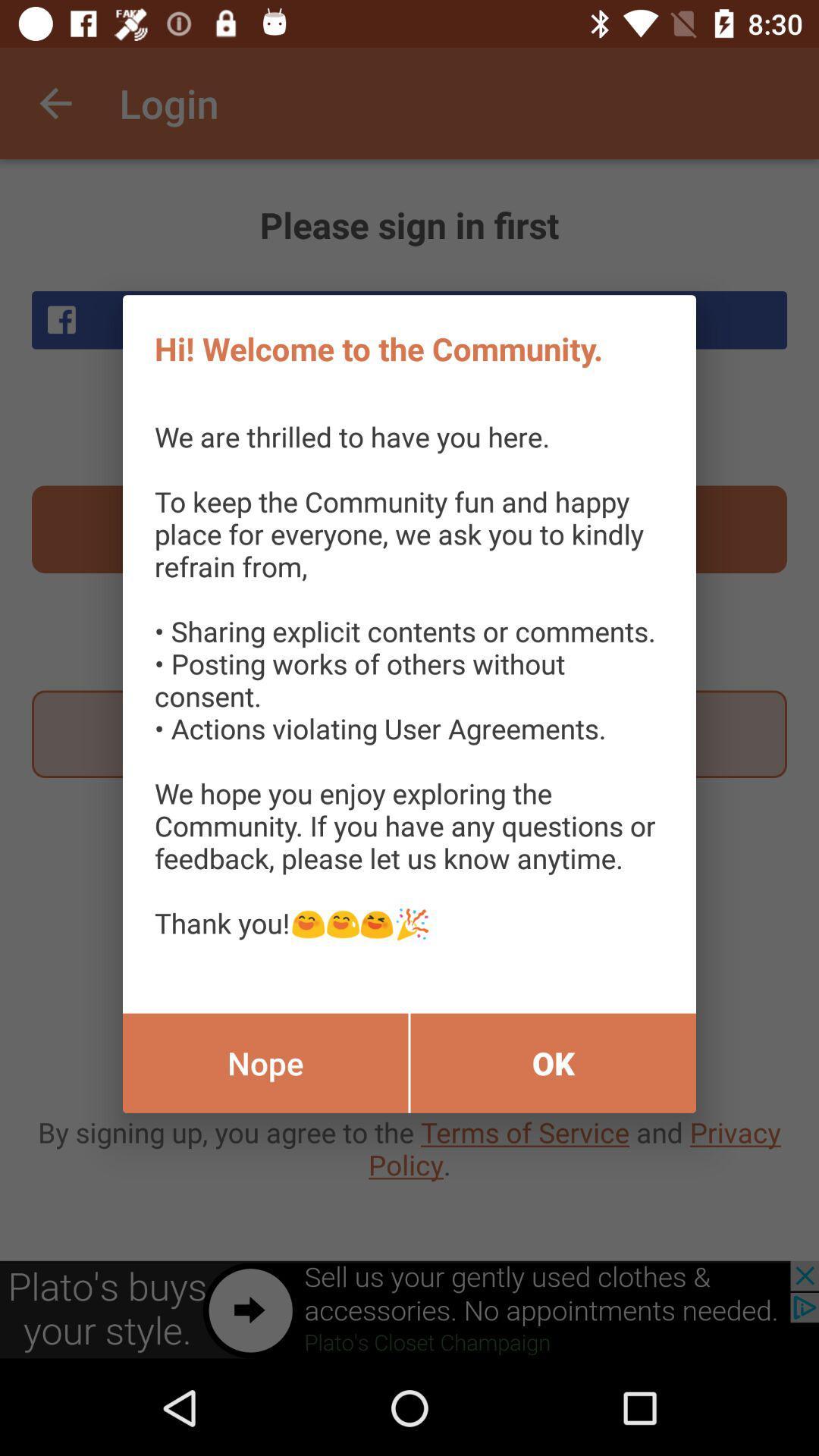 Image resolution: width=819 pixels, height=1456 pixels. Describe the element at coordinates (265, 1062) in the screenshot. I see `the item below we are thrilled item` at that location.